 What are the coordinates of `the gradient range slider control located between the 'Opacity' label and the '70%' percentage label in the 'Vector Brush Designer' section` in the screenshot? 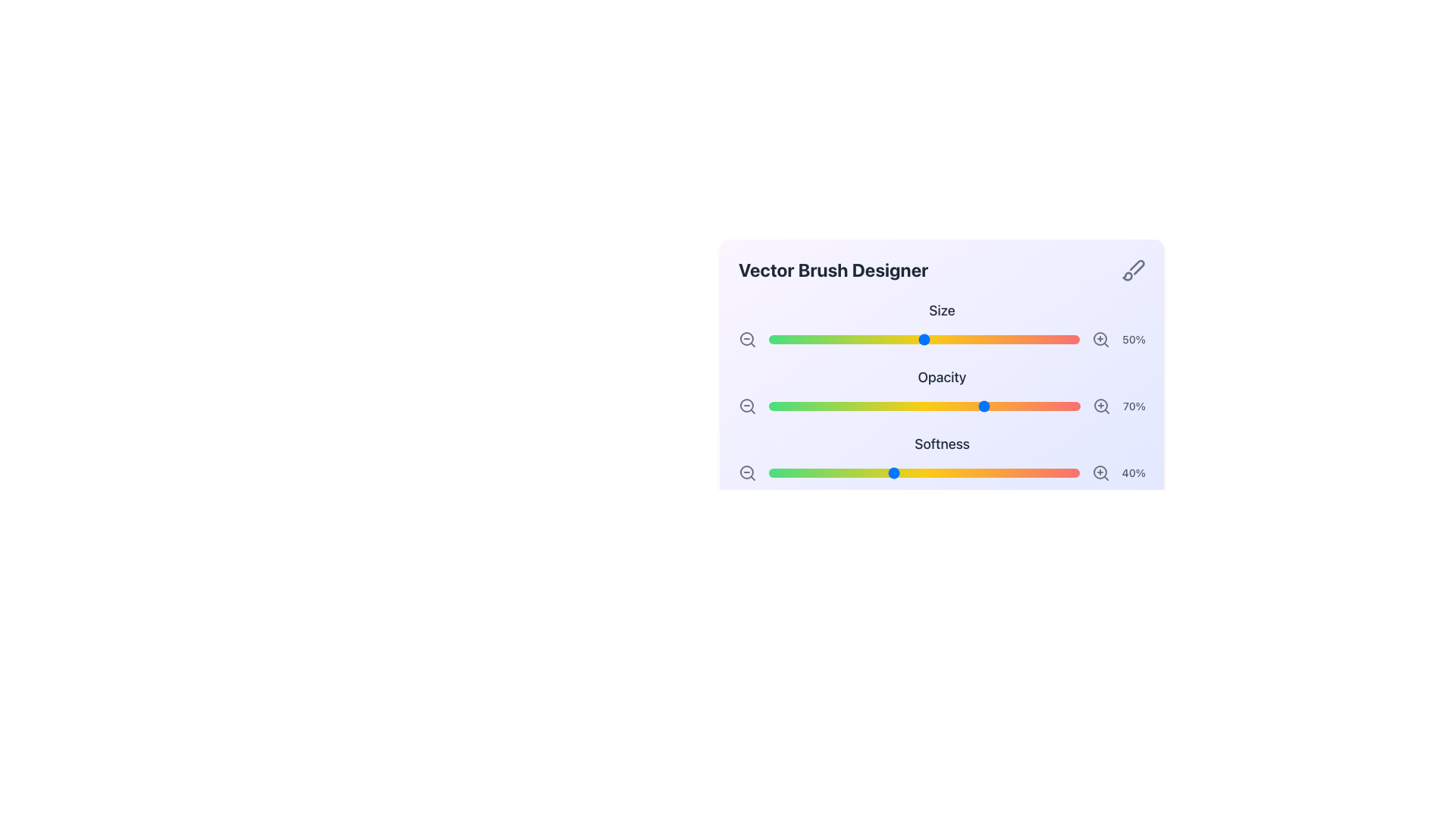 It's located at (924, 406).